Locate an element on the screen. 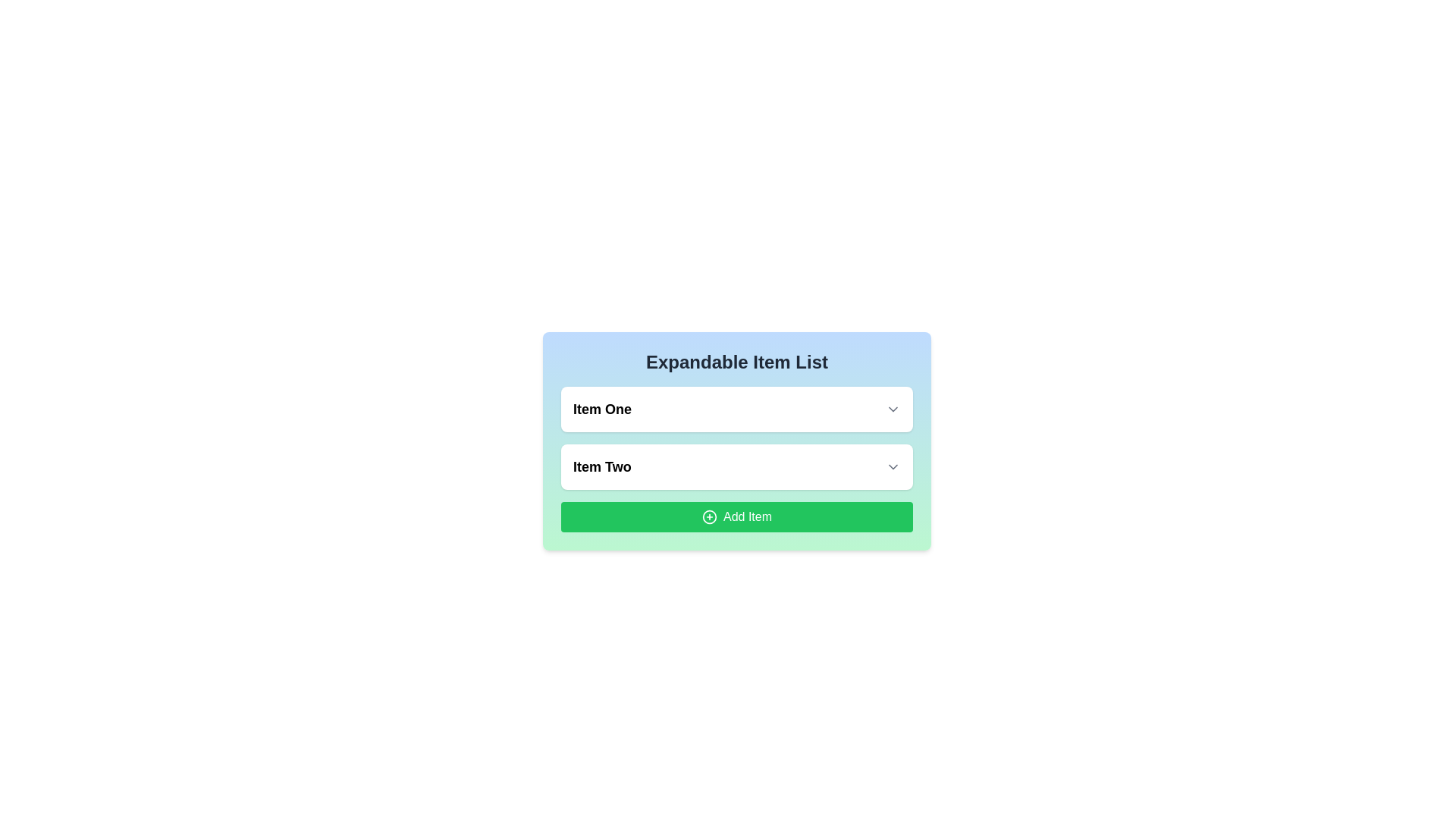 This screenshot has width=1456, height=819. the dropdown list item labeled 'Item One' is located at coordinates (736, 409).